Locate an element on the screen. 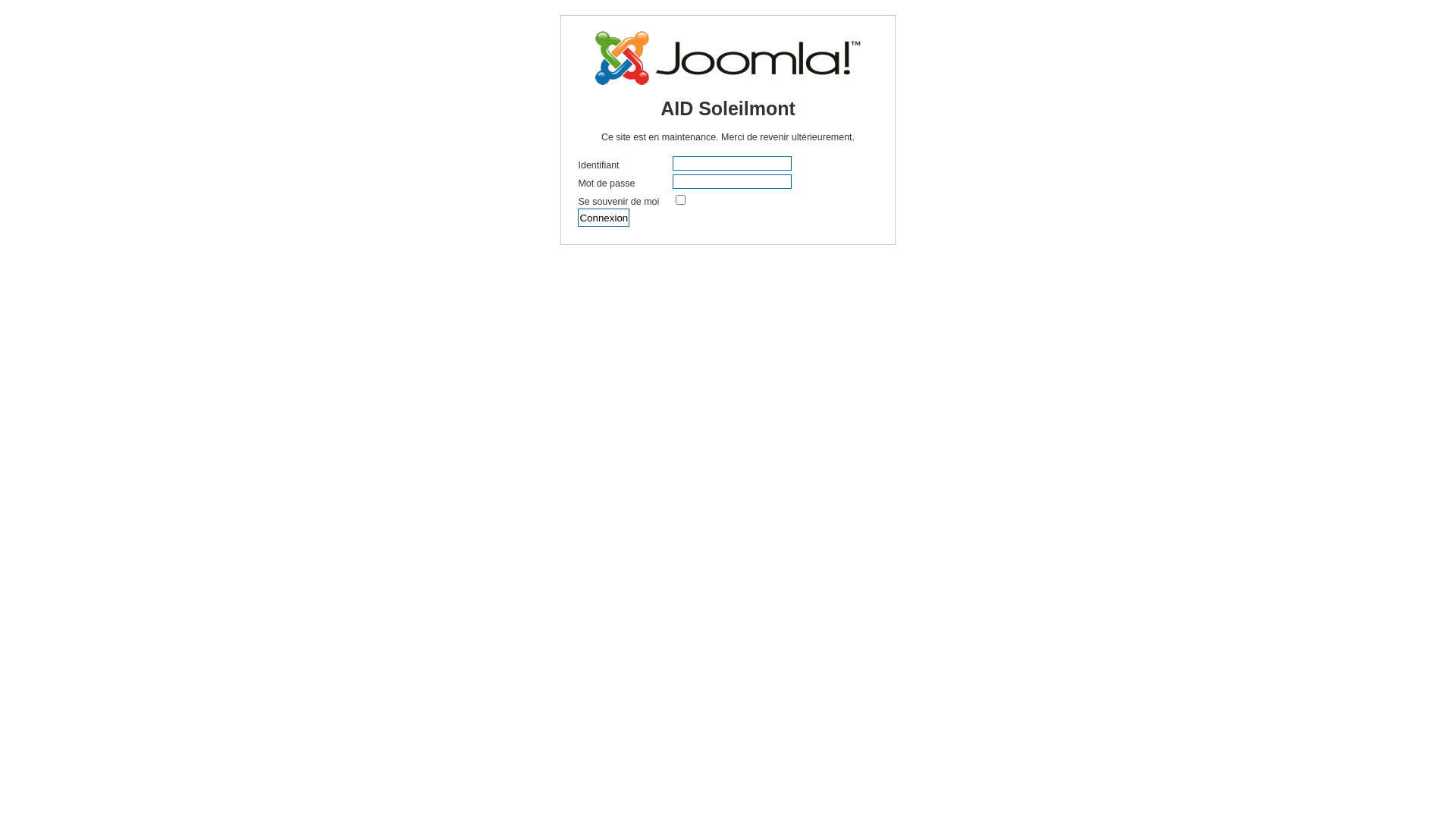 This screenshot has width=1456, height=819. 'Connexion' is located at coordinates (577, 217).